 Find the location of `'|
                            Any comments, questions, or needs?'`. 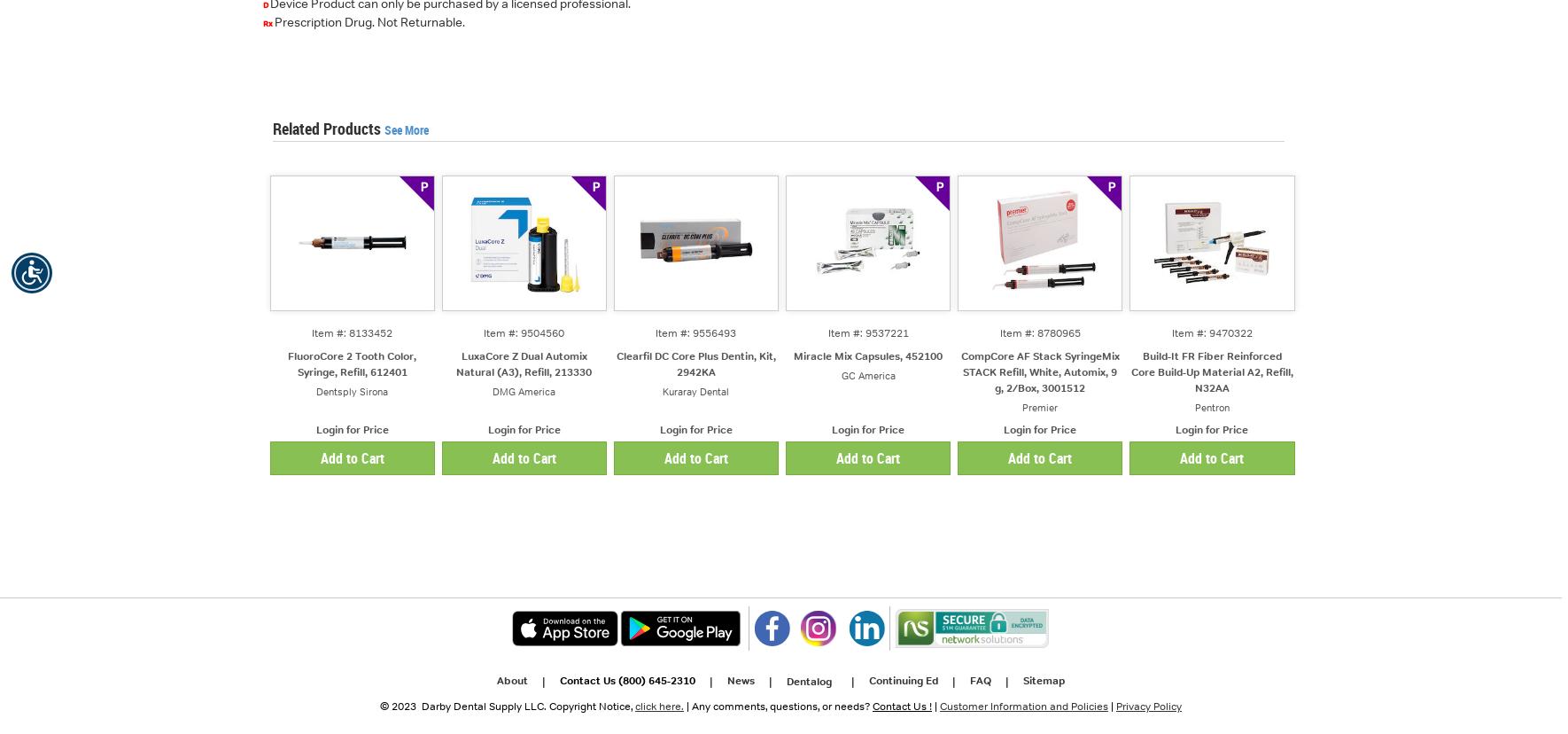

'|
                            Any comments, questions, or needs?' is located at coordinates (778, 706).